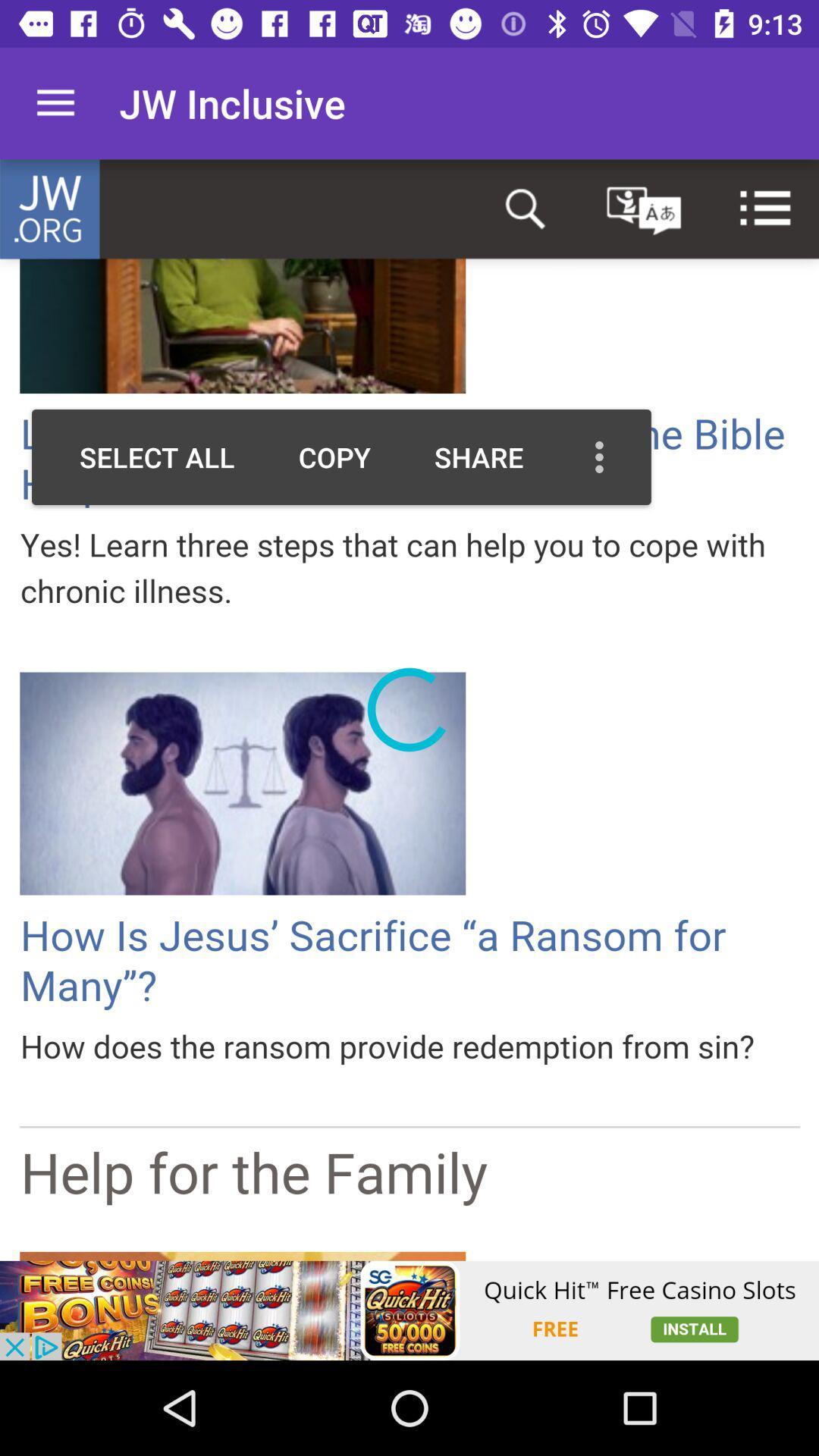 The width and height of the screenshot is (819, 1456). I want to click on open advertisement, so click(409, 1310).